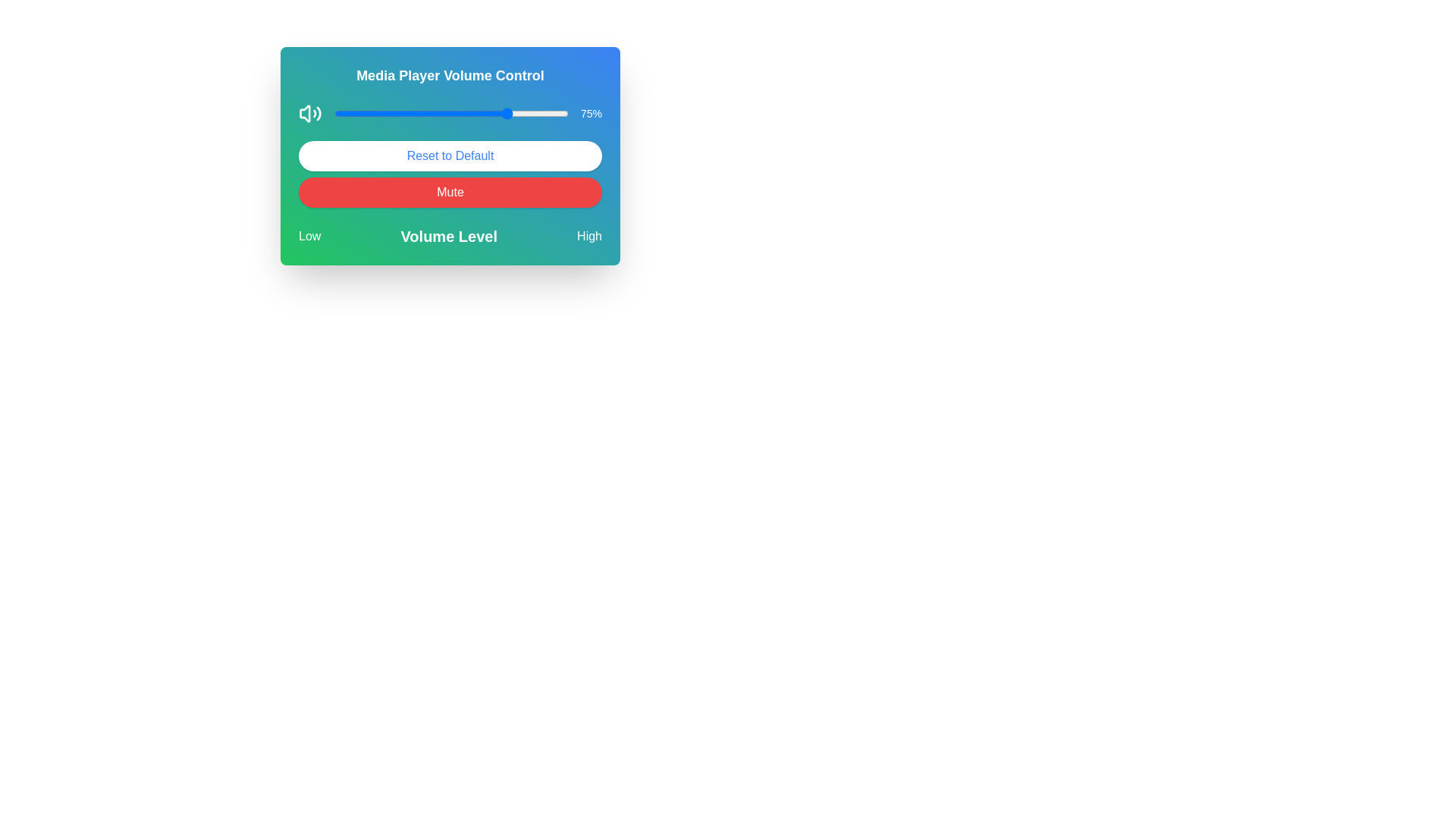 This screenshot has height=819, width=1456. Describe the element at coordinates (309, 237) in the screenshot. I see `the 'Low' text label indicating the low end of the volume scale, which is located to the left of the 'Volume Level' text` at that location.